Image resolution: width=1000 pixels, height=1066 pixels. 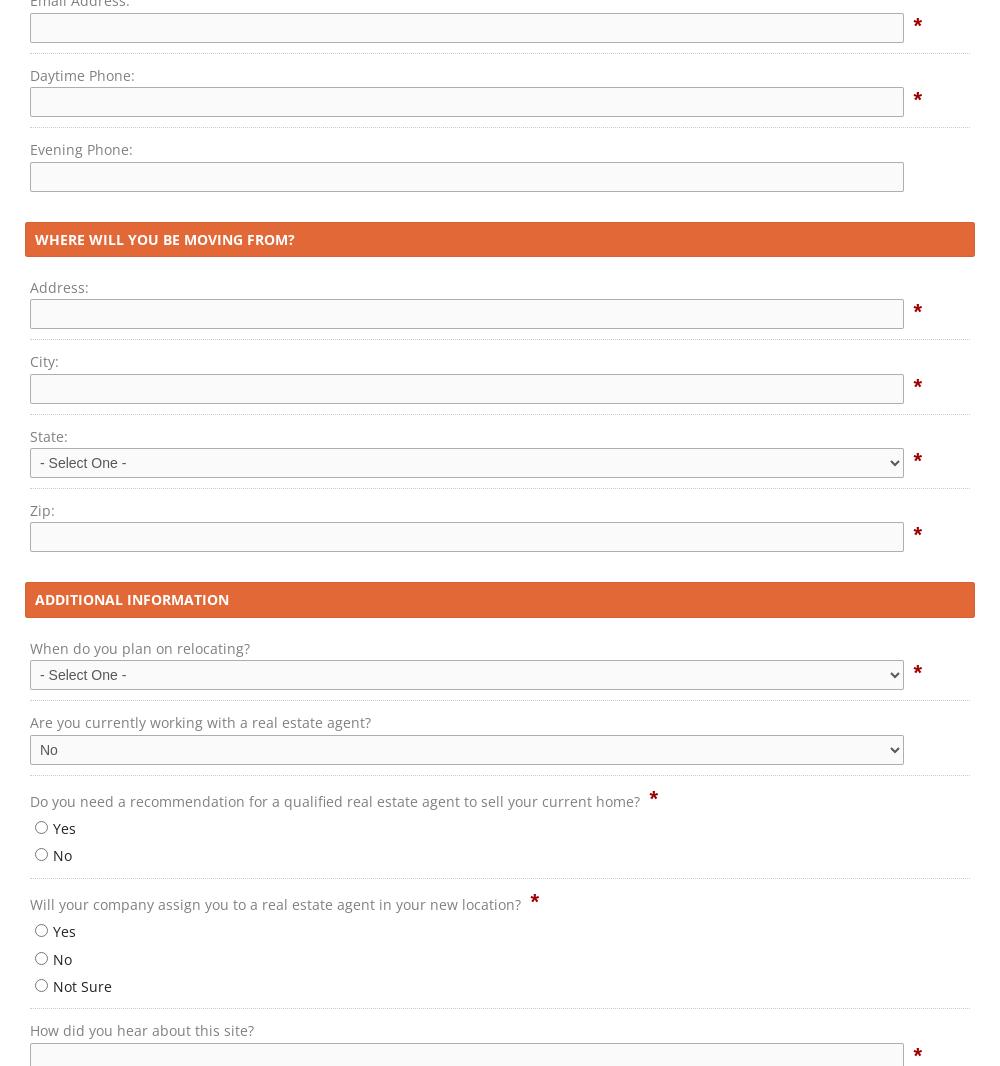 I want to click on 'Zip:', so click(x=42, y=510).